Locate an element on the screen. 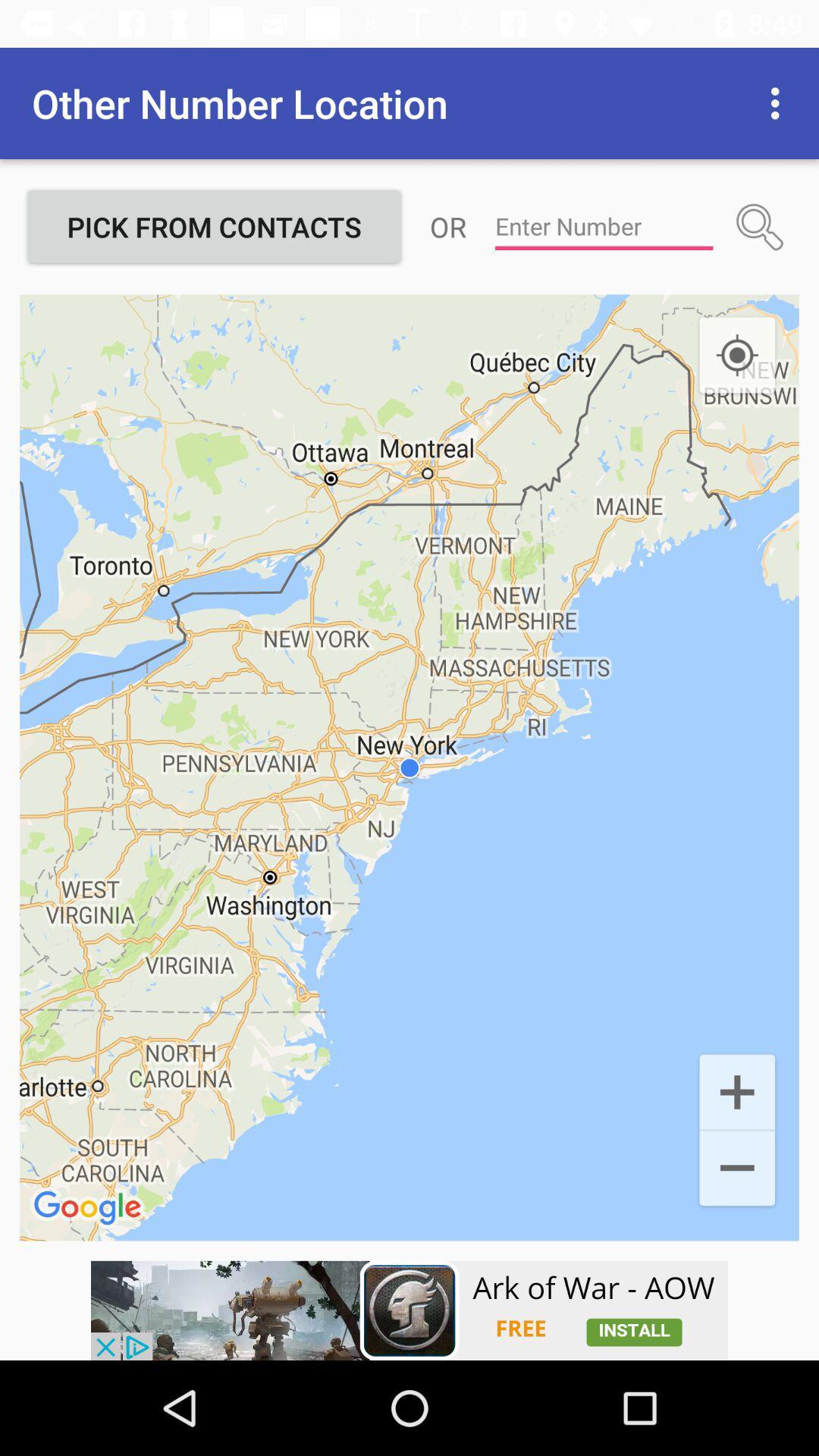 The image size is (819, 1456). the add icon is located at coordinates (736, 1090).